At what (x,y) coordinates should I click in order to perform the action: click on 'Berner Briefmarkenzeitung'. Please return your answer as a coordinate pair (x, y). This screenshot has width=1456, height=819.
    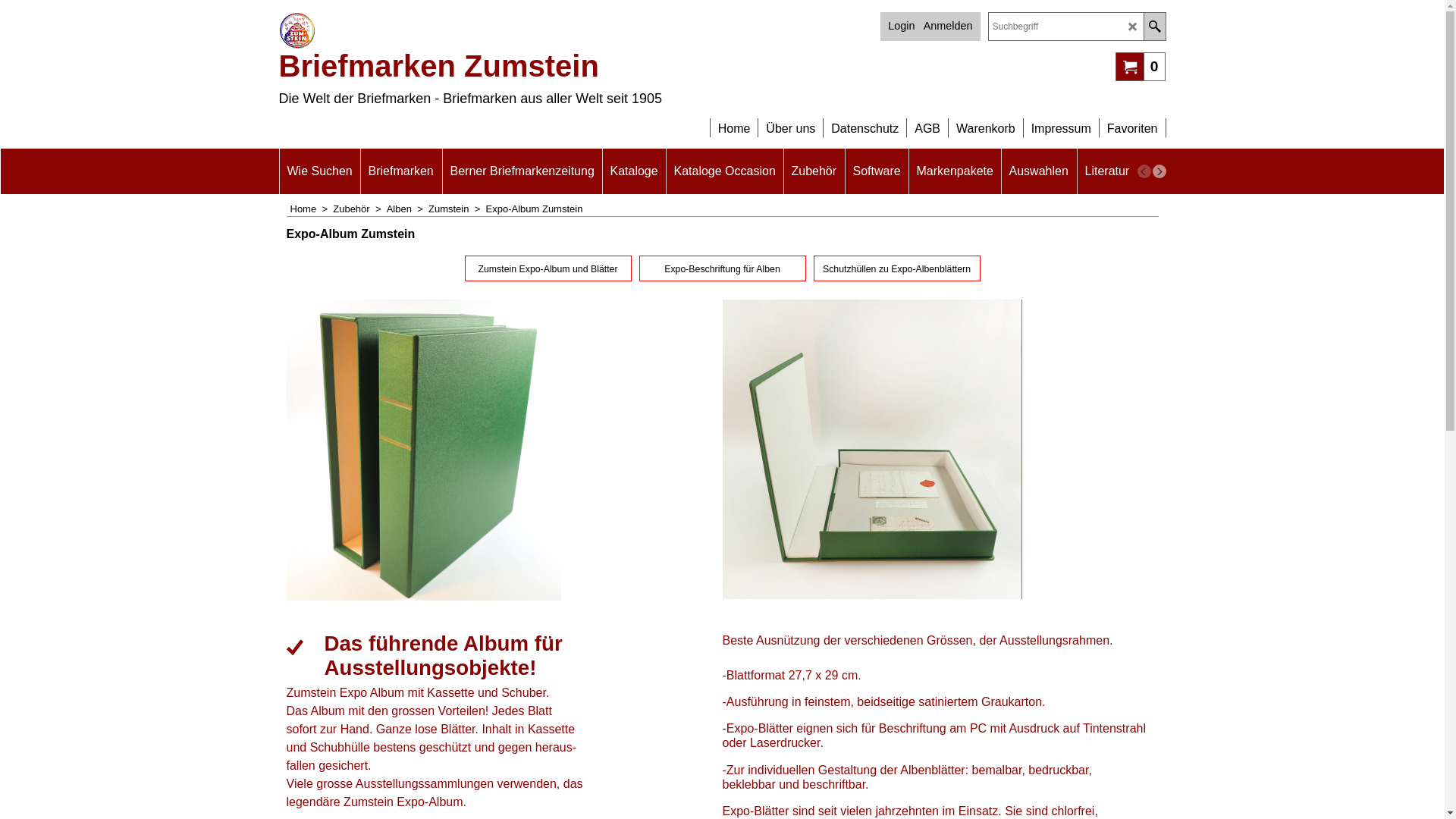
    Looking at the image, I should click on (522, 171).